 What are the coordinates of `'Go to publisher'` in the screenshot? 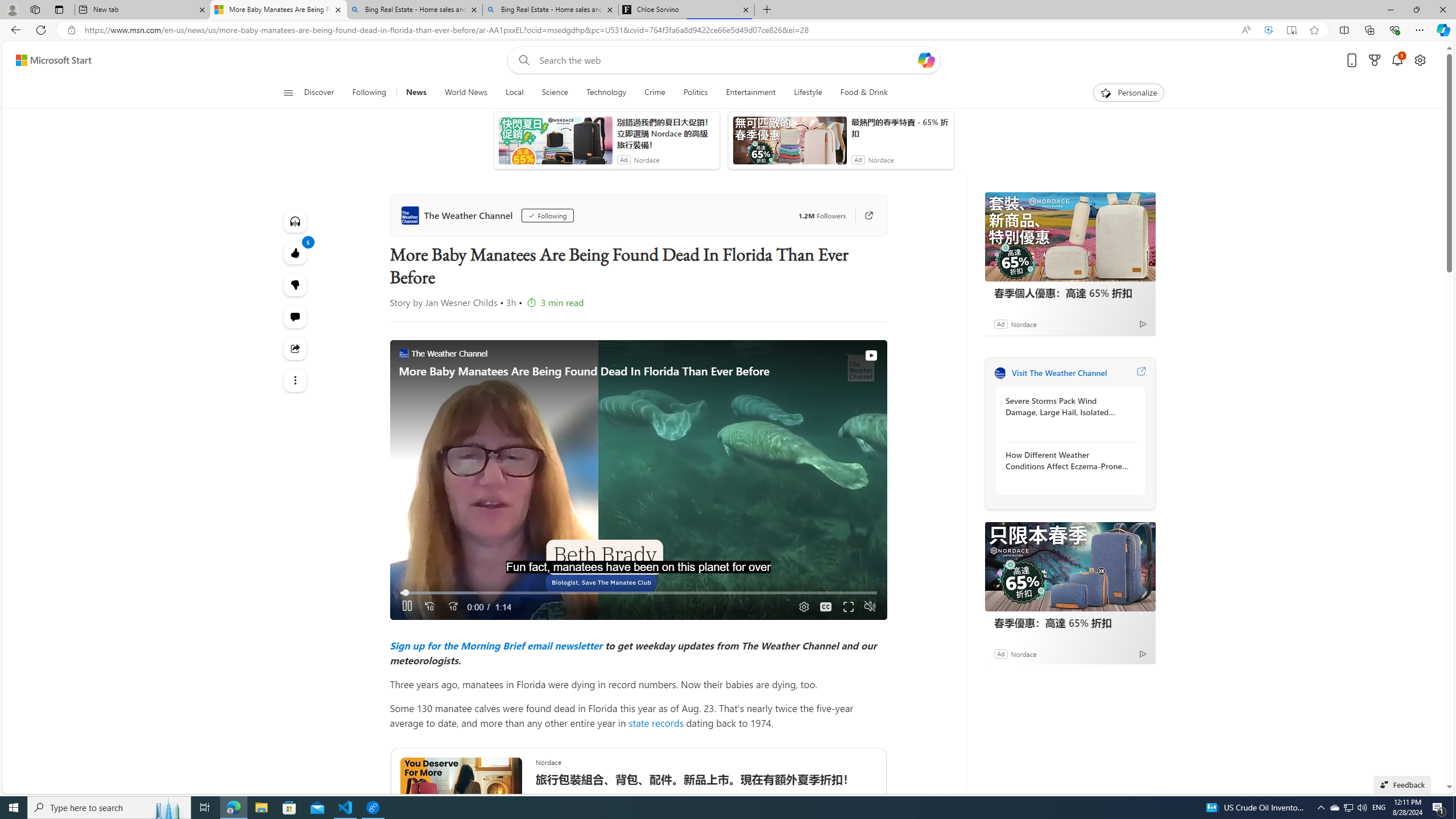 It's located at (863, 216).